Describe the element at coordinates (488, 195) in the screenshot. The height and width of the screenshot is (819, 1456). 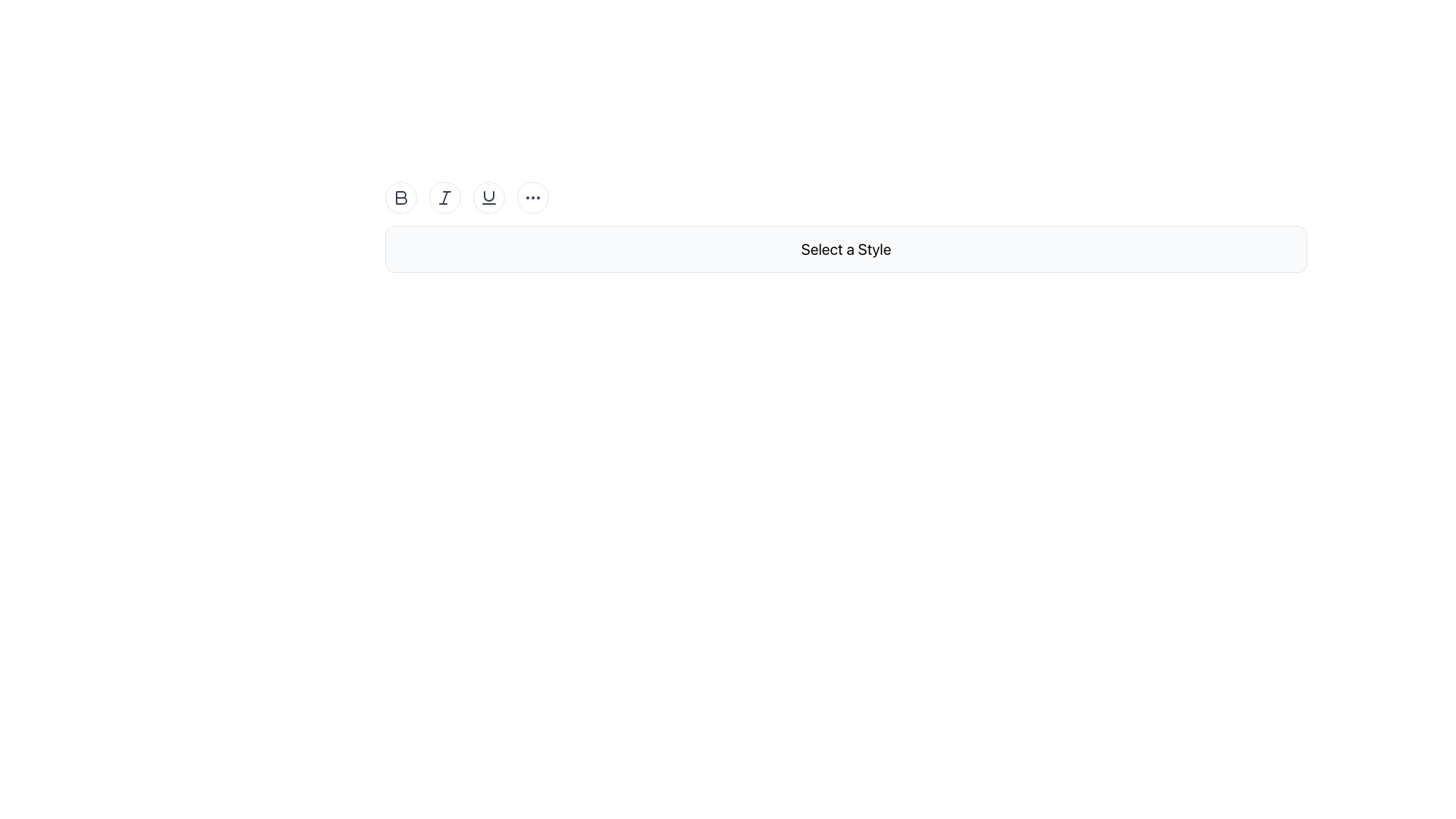
I see `the underline icon located in the inline text formatting toolbar` at that location.